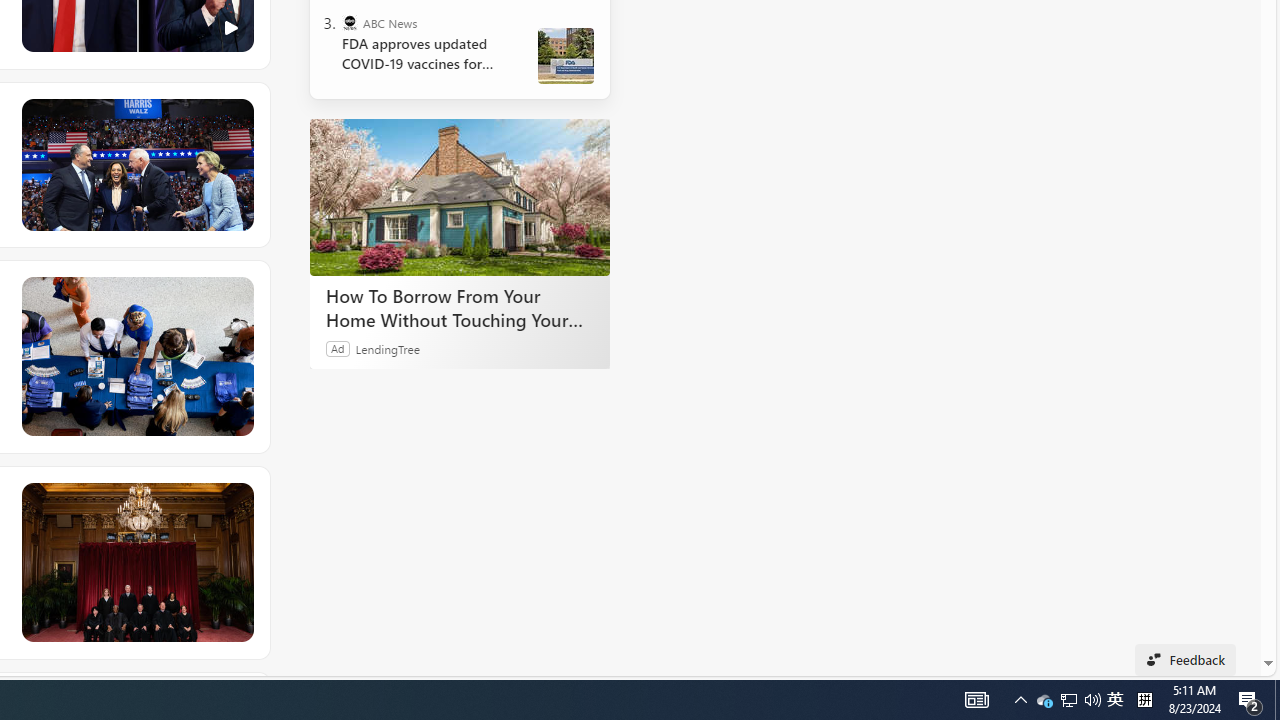 This screenshot has width=1280, height=720. I want to click on 'ABC News', so click(350, 23).